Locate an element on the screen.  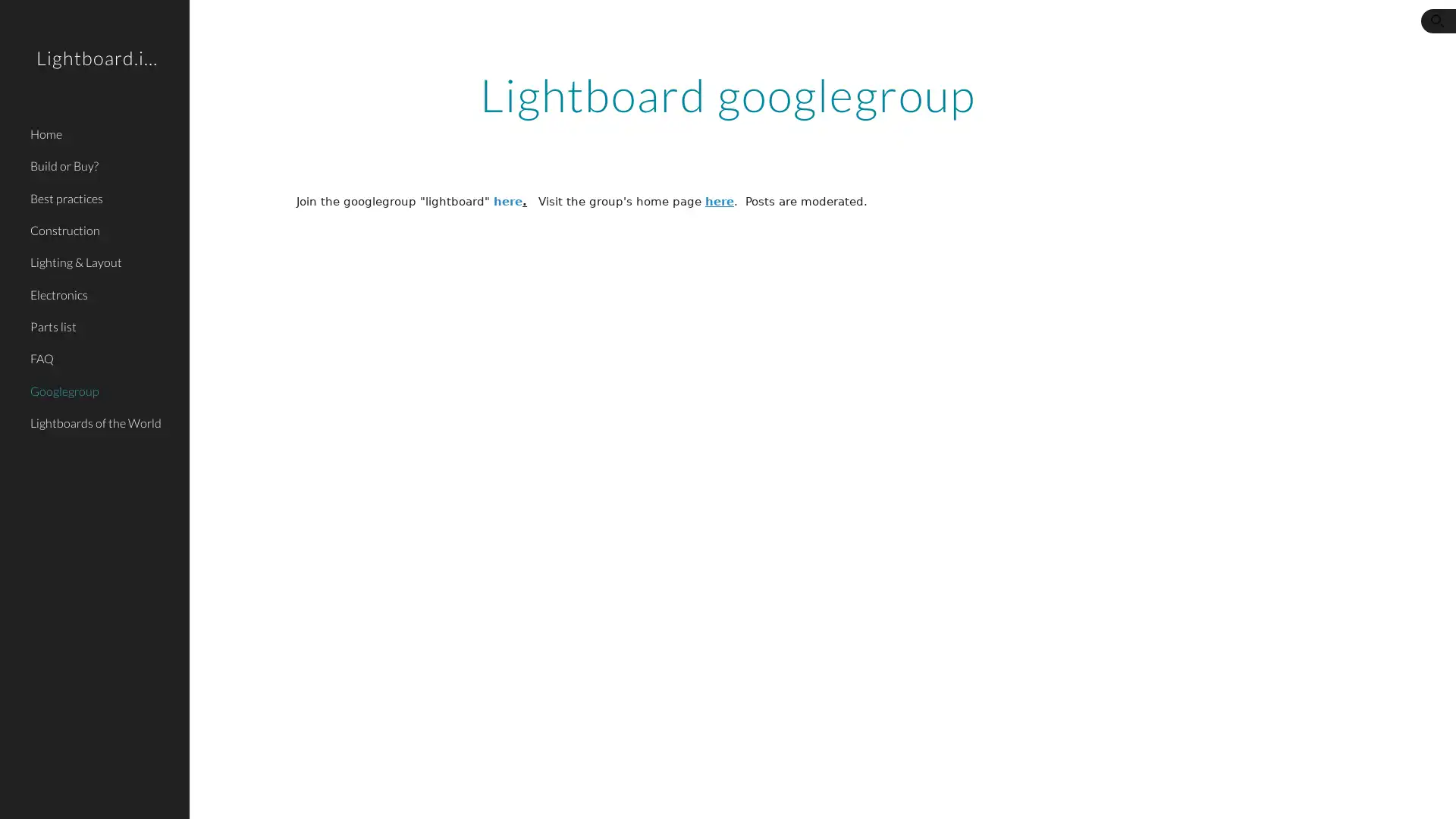
Skip to navigation is located at coordinates (864, 28).